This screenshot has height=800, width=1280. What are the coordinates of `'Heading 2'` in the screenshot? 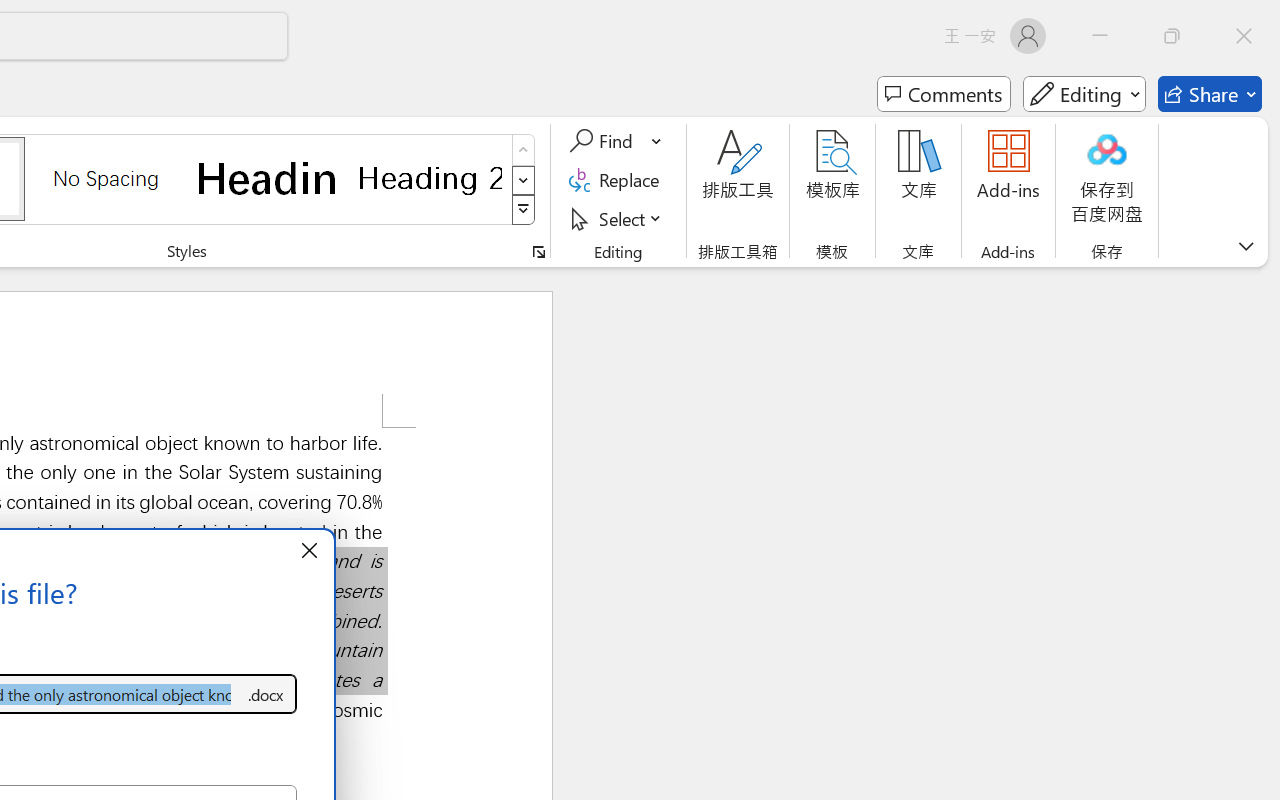 It's located at (429, 177).